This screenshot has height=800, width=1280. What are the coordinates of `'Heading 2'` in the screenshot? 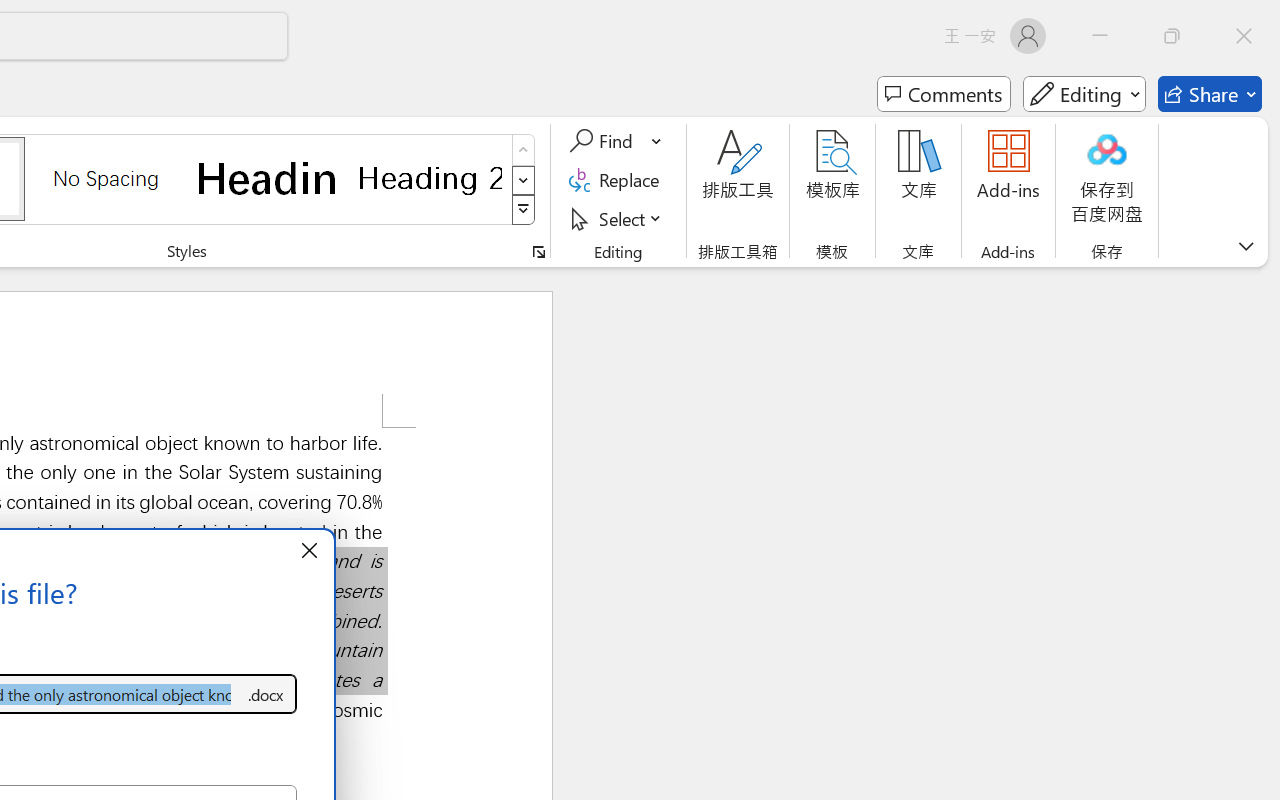 It's located at (429, 177).